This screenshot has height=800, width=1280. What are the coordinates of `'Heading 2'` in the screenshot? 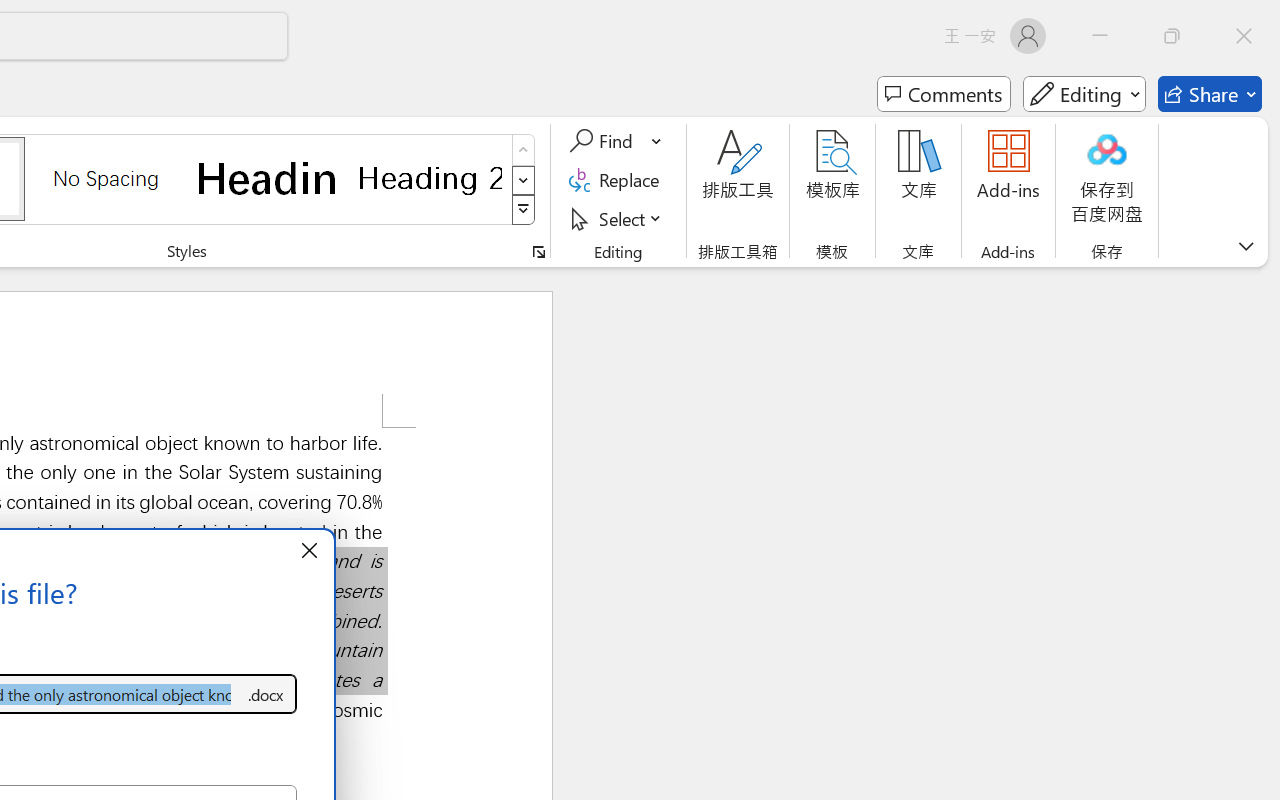 It's located at (429, 177).